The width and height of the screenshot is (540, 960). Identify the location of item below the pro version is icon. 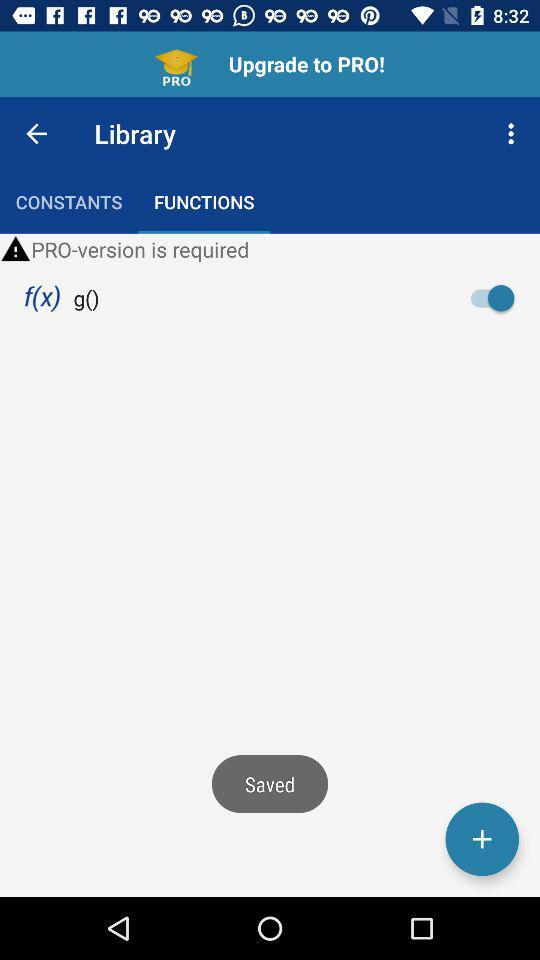
(85, 297).